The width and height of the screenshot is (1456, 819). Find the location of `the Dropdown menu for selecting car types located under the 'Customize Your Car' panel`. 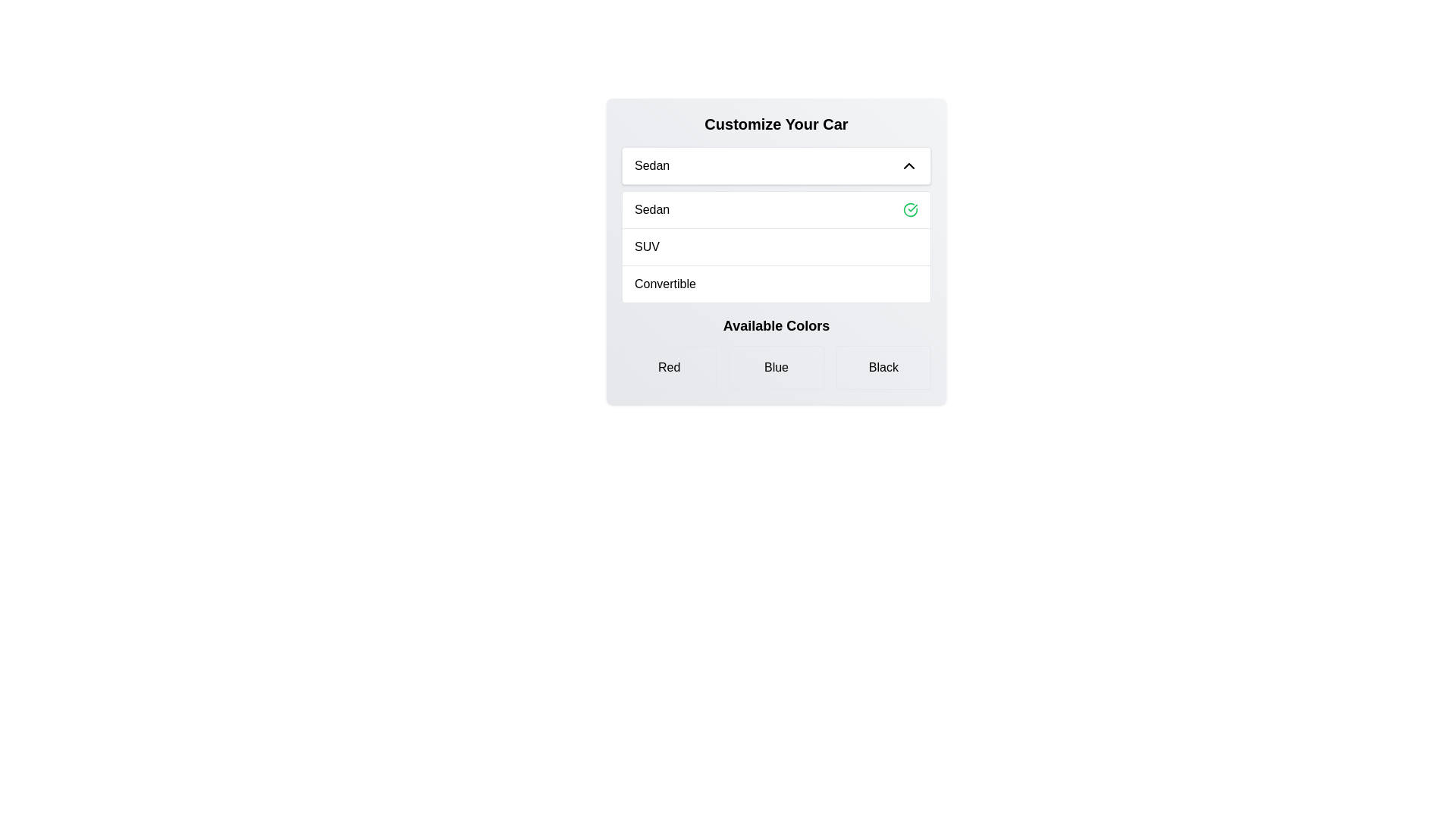

the Dropdown menu for selecting car types located under the 'Customize Your Car' panel is located at coordinates (776, 166).